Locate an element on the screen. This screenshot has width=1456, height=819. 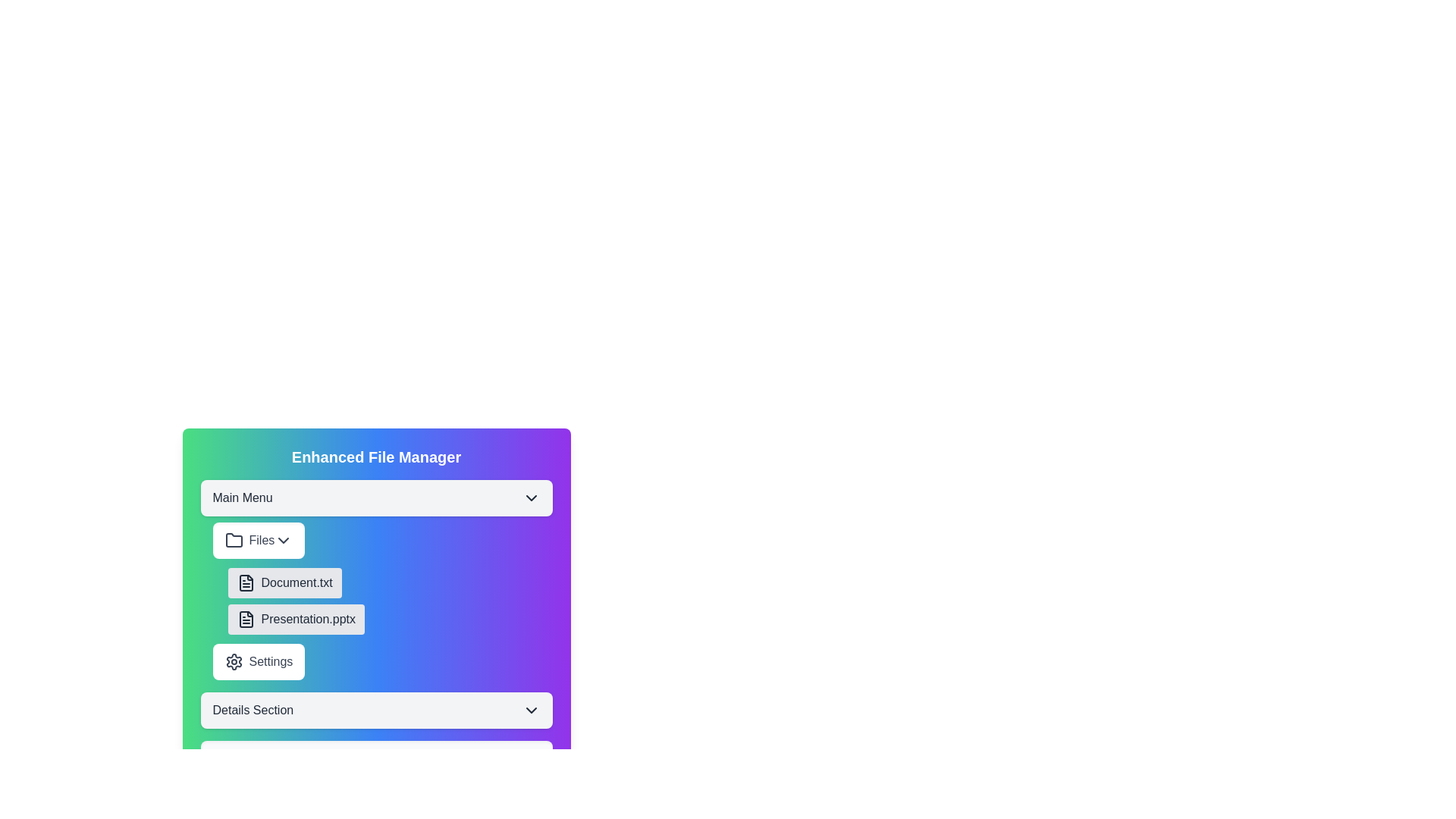
the icon representing the presentation document 'Presentation.pptx' in the Enhanced File Manager interface is located at coordinates (246, 620).